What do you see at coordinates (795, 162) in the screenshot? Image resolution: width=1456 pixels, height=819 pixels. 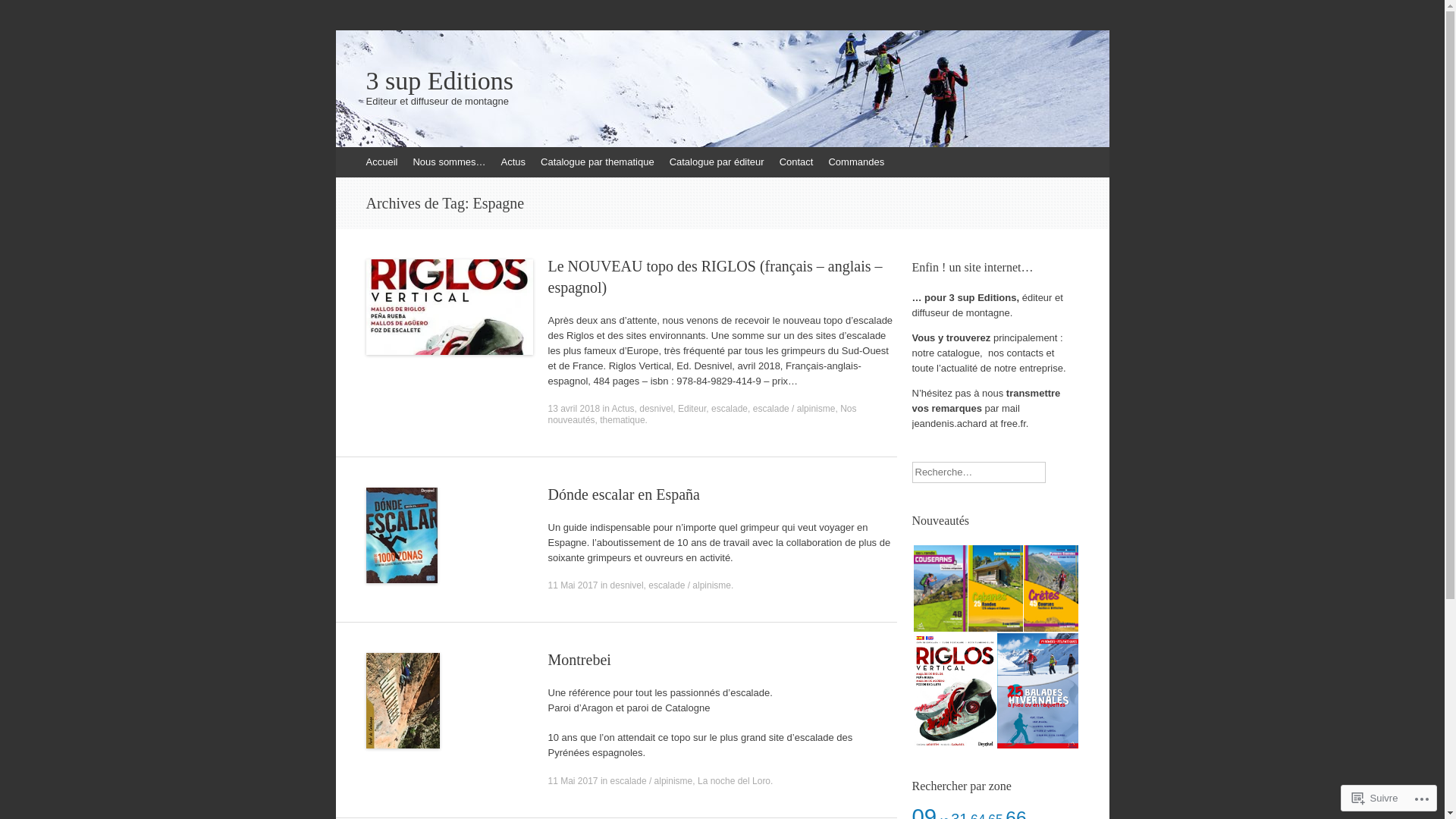 I see `'Contact'` at bounding box center [795, 162].